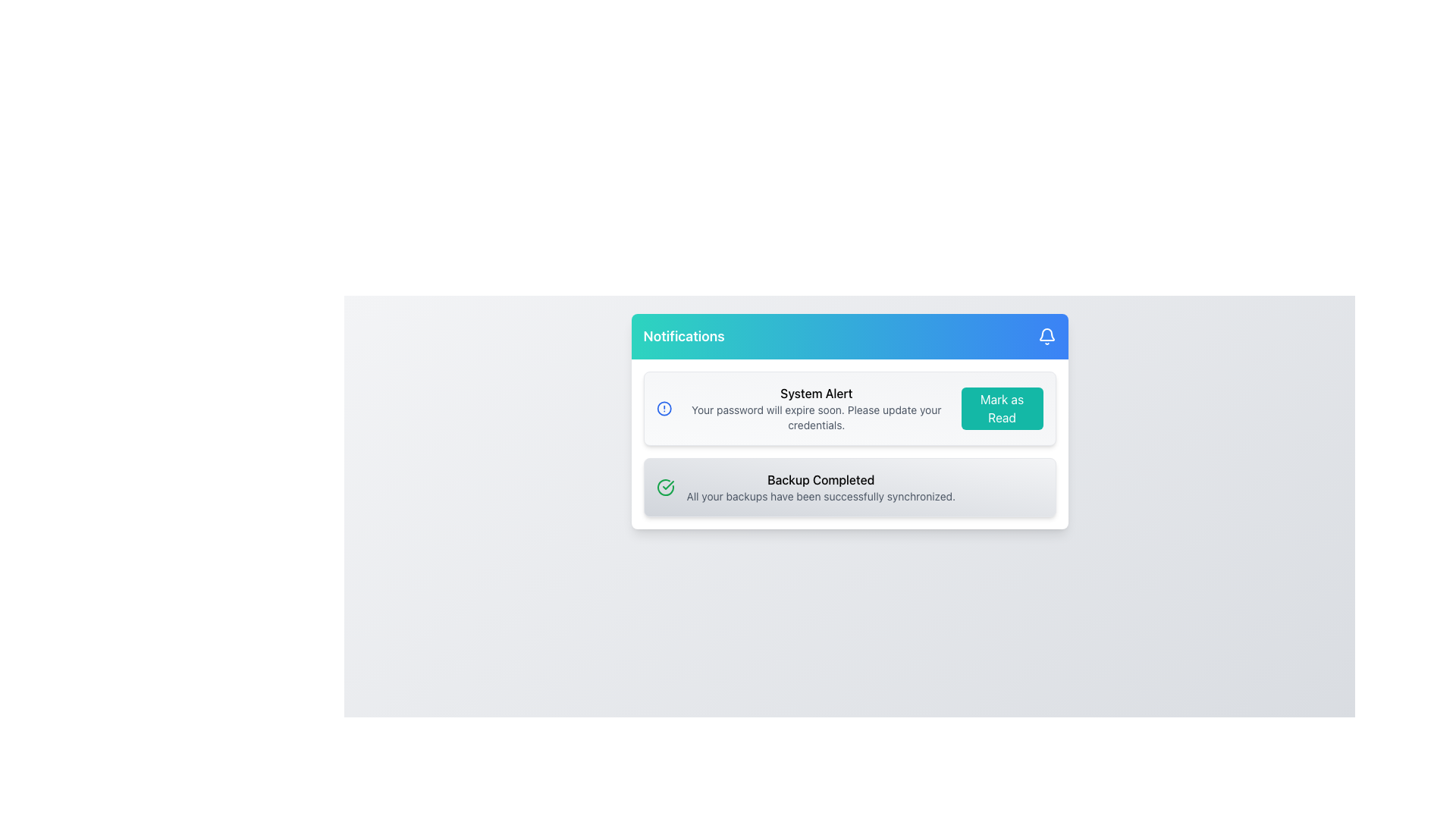  Describe the element at coordinates (820, 497) in the screenshot. I see `information displayed in the text element that indicates the successful synchronization of all backups, located below the 'Backup Completed' heading in the notification interface` at that location.